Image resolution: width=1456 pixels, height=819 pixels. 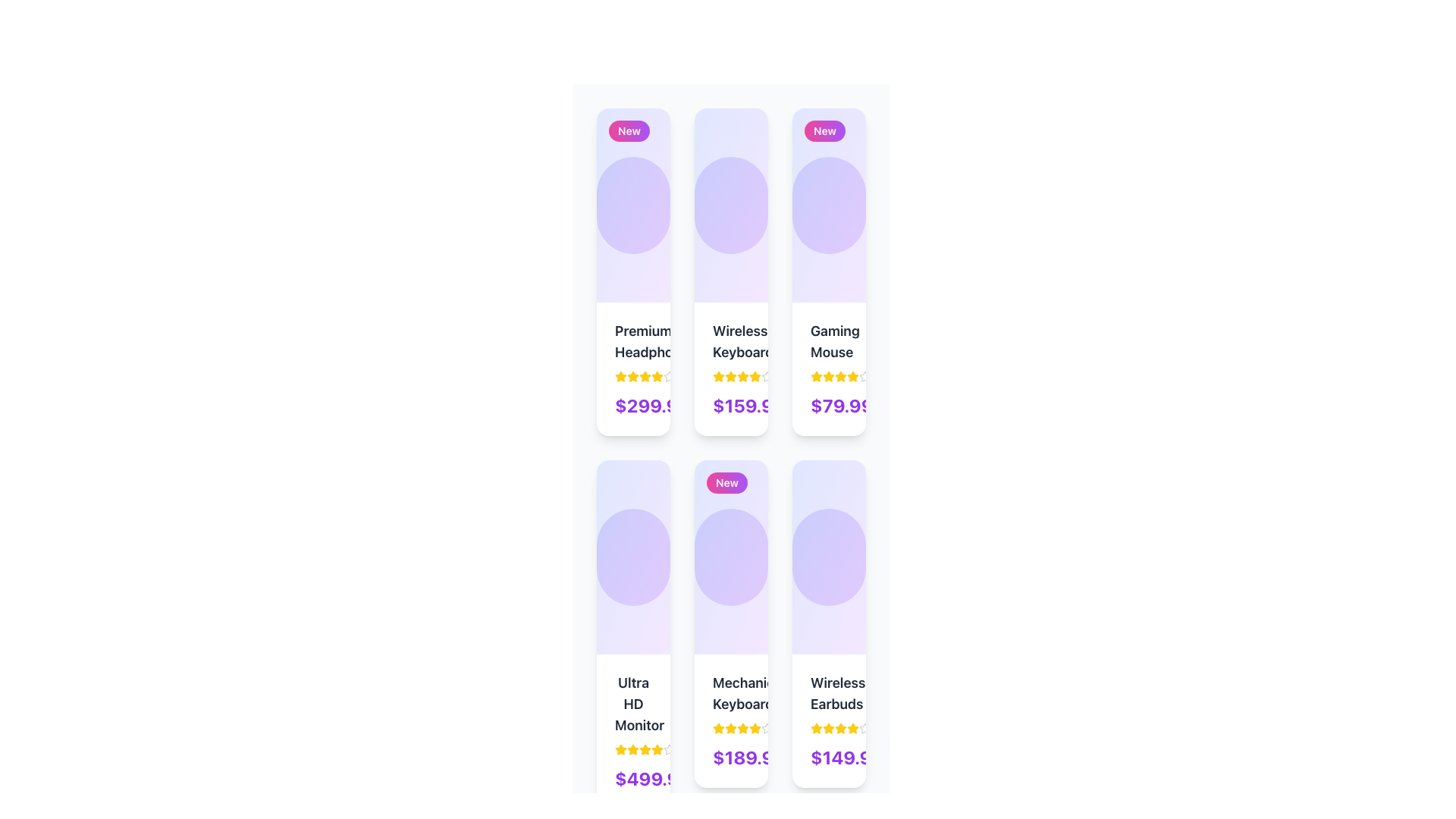 What do you see at coordinates (731, 727) in the screenshot?
I see `the third star icon representing the rating for the 'Mechanical Keyboard' product card, which is the second card in the second row of the layout grid` at bounding box center [731, 727].